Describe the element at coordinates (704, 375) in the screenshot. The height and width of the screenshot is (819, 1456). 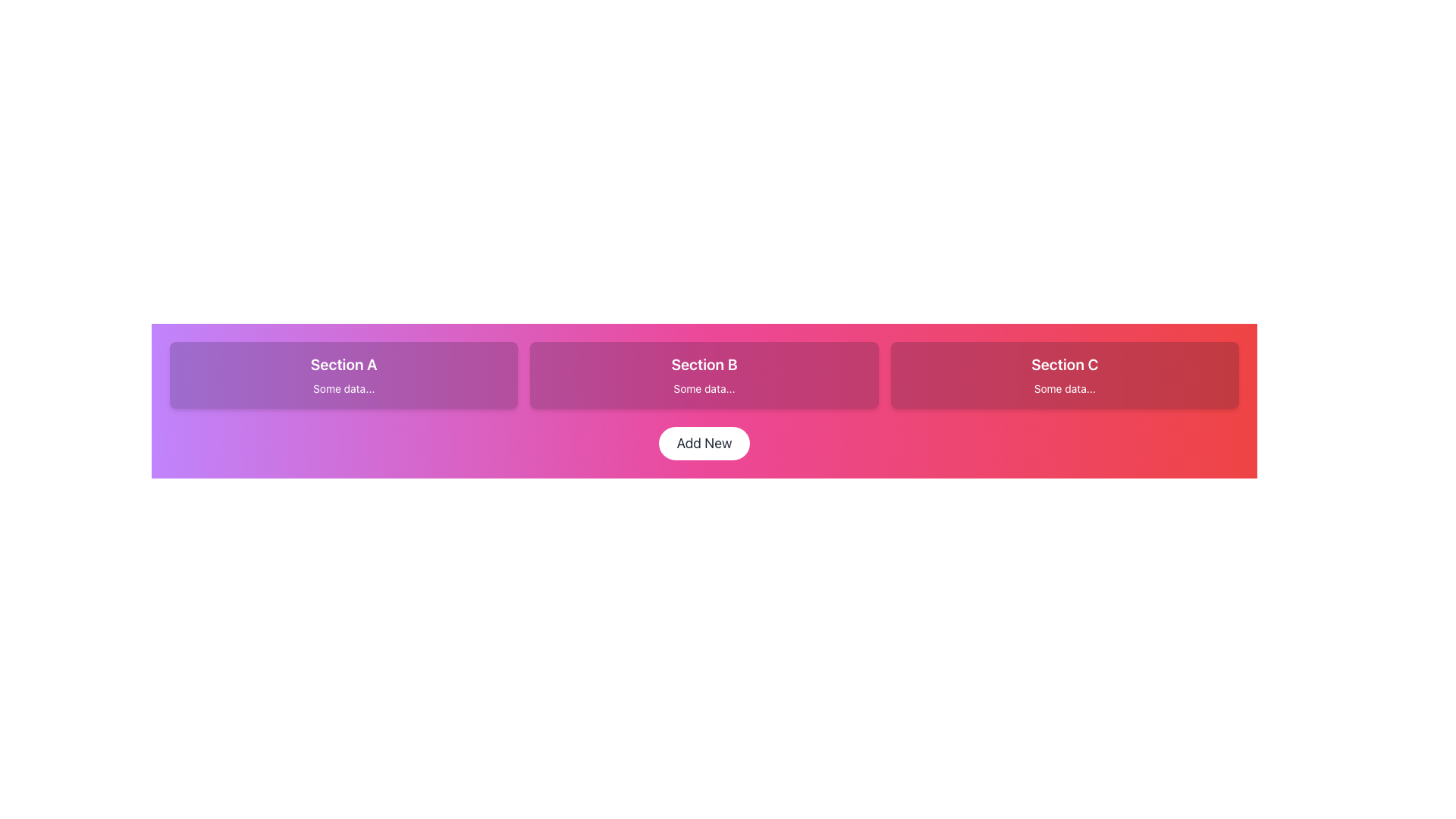
I see `the 'Section B' Card` at that location.